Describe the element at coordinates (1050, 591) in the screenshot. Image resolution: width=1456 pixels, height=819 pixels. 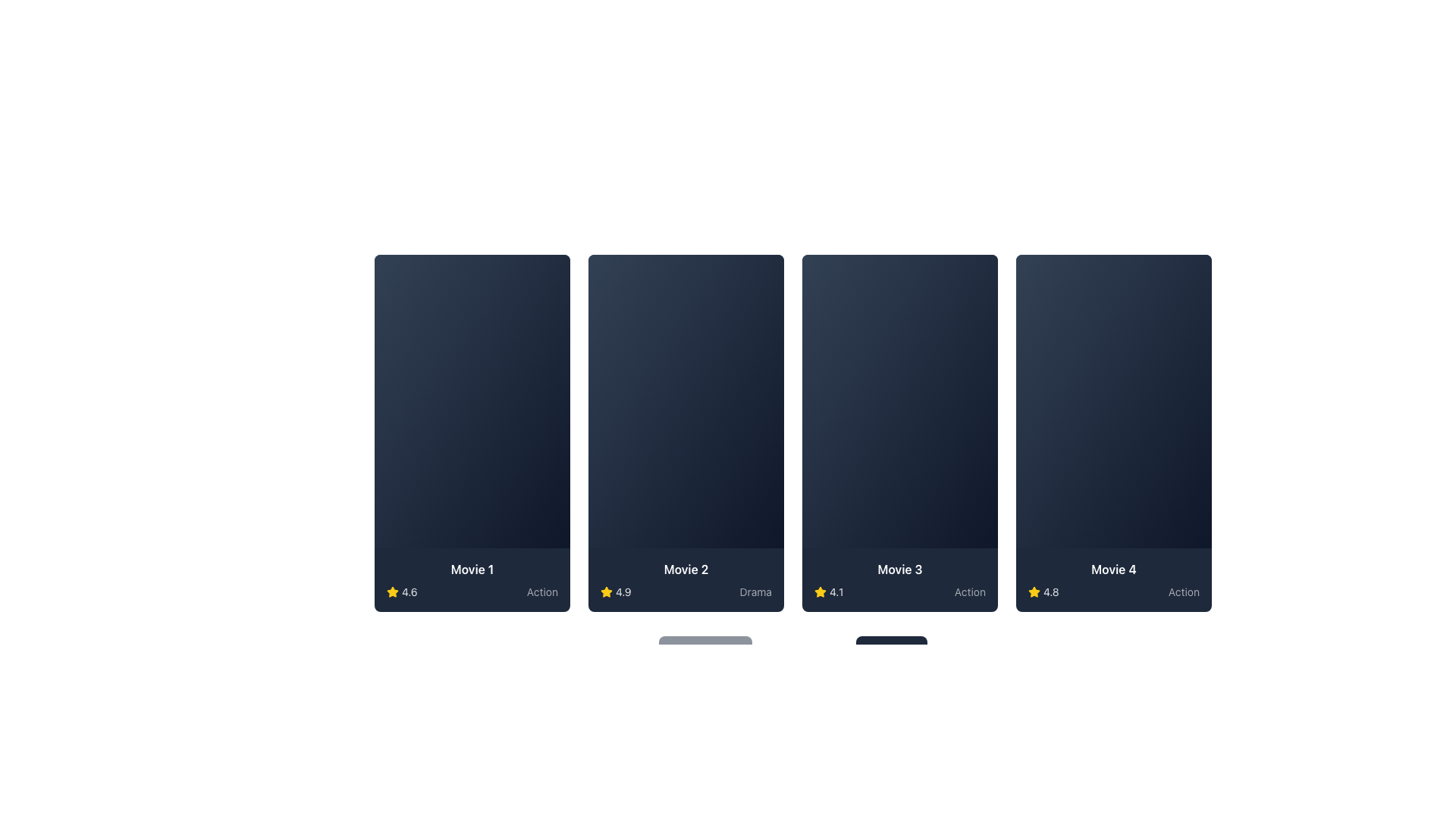
I see `text label displaying '4.8' in gray font, which is part of the Movie 4 rating group and located adjacent to a star icon, for readability` at that location.